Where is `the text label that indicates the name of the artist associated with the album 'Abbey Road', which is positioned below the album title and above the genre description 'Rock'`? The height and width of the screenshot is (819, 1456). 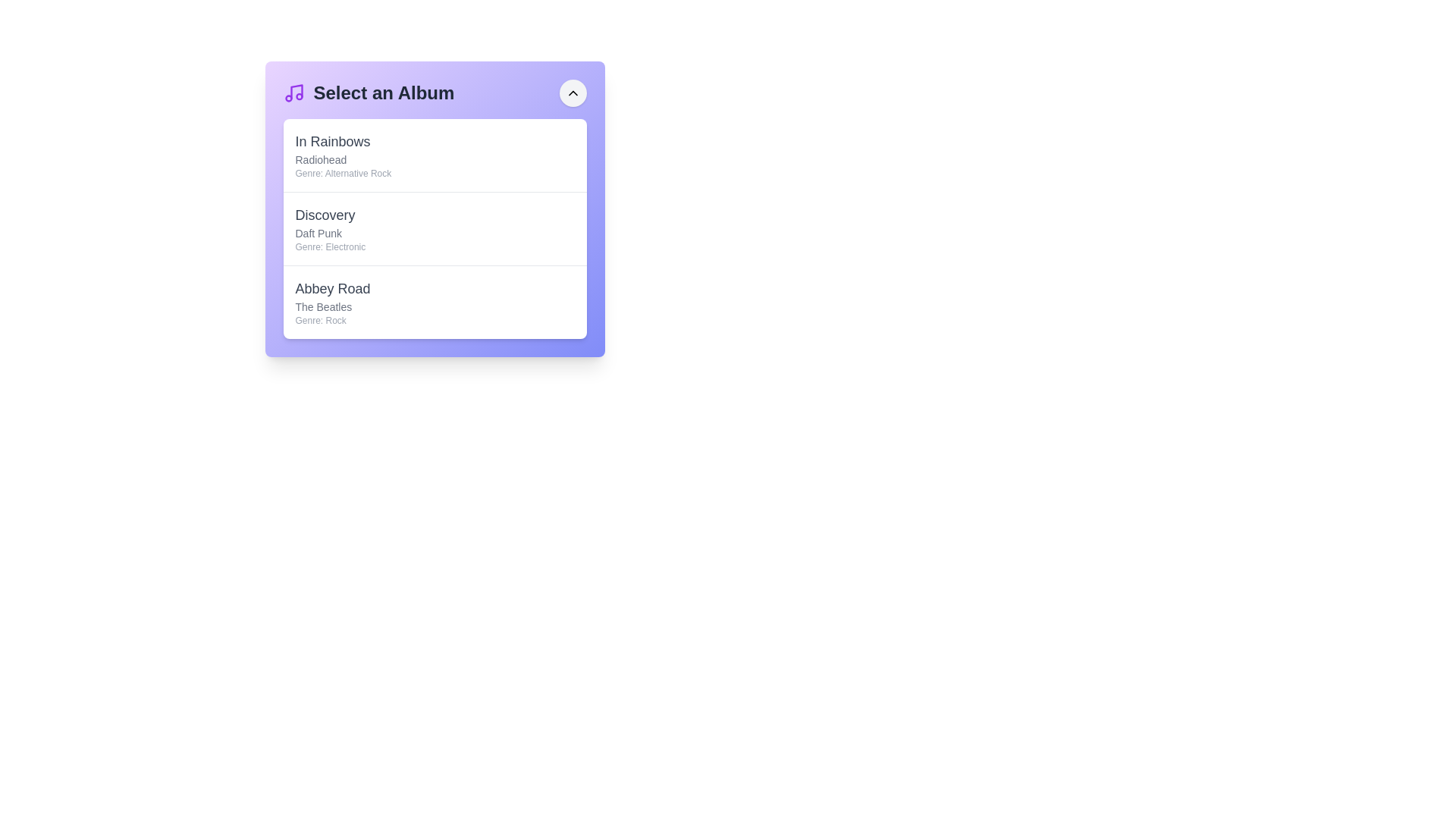
the text label that indicates the name of the artist associated with the album 'Abbey Road', which is positioned below the album title and above the genre description 'Rock' is located at coordinates (332, 307).